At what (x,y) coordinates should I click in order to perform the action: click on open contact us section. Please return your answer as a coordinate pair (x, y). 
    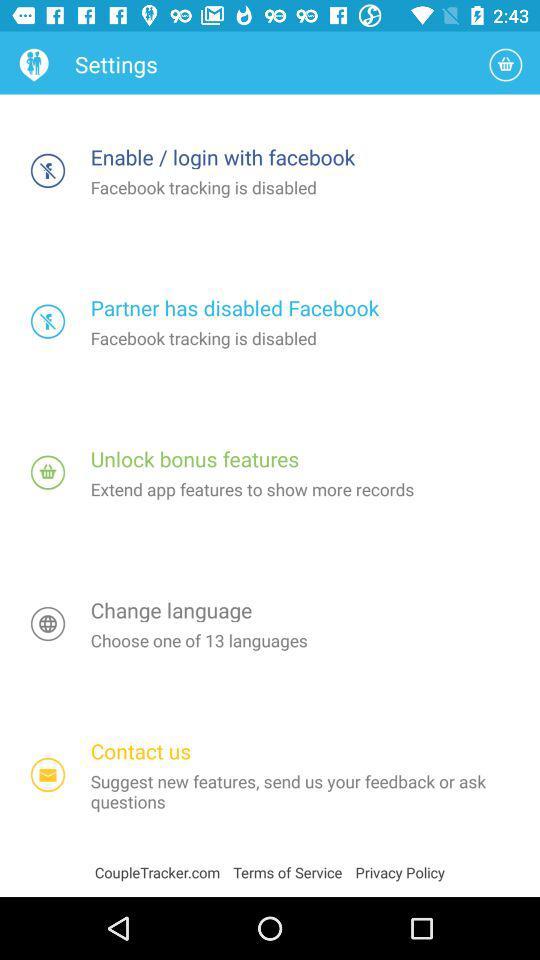
    Looking at the image, I should click on (48, 774).